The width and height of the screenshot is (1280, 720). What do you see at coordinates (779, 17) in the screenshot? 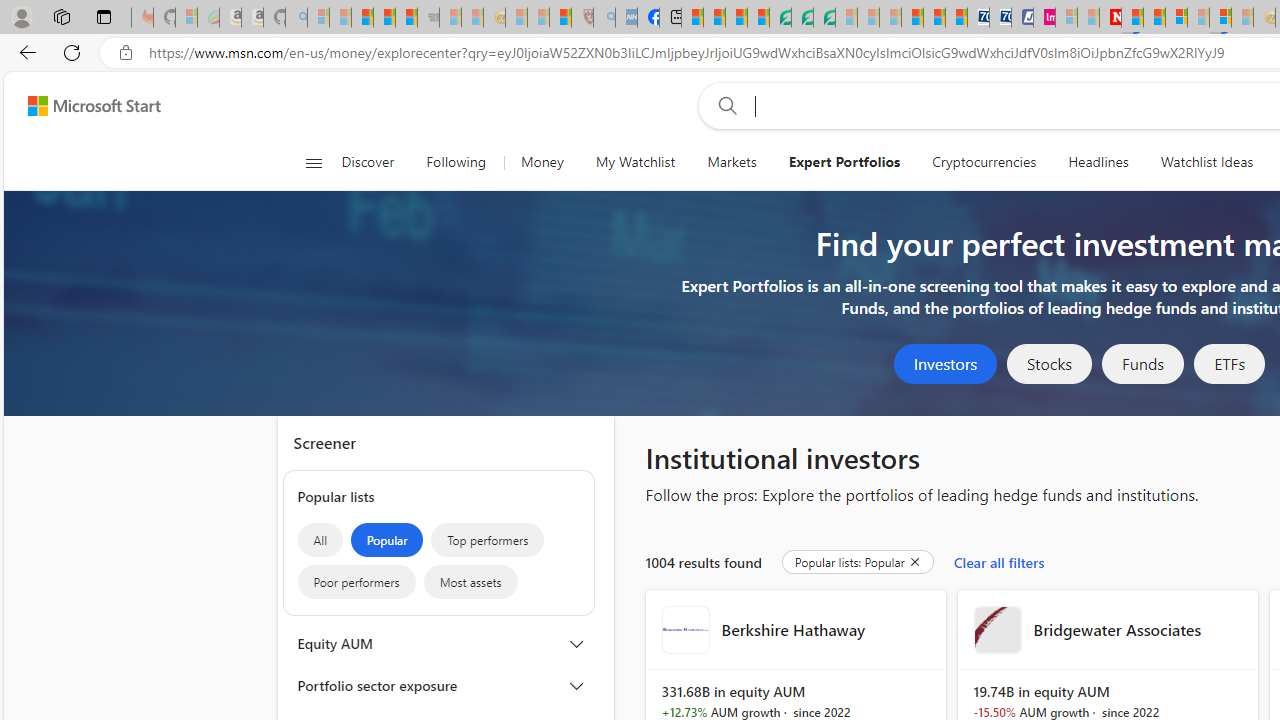
I see `'LendingTree - Compare Lenders'` at bounding box center [779, 17].